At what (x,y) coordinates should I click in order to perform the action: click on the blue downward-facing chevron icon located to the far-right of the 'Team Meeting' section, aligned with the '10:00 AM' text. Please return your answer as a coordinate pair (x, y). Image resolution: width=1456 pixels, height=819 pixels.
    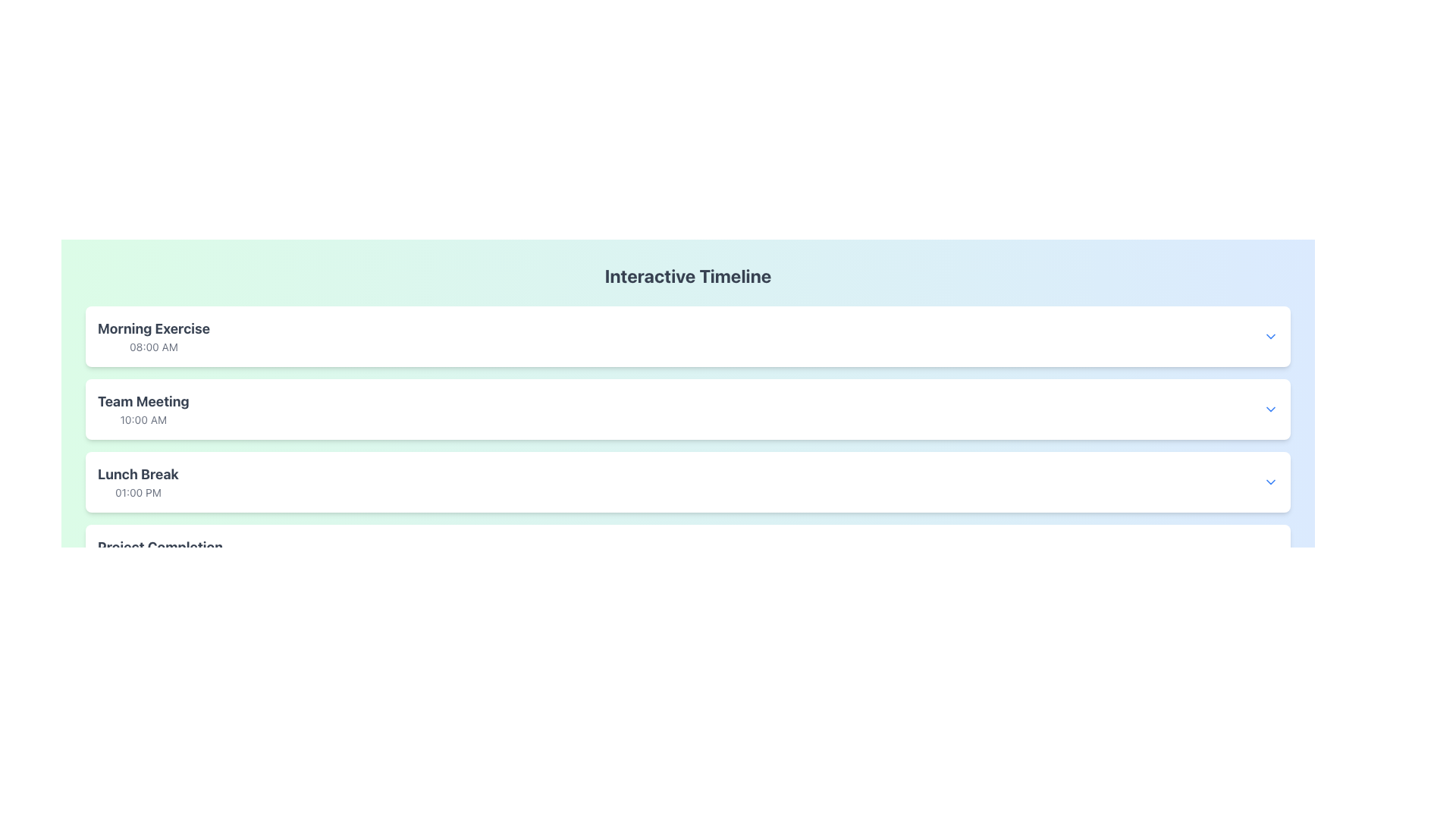
    Looking at the image, I should click on (1270, 409).